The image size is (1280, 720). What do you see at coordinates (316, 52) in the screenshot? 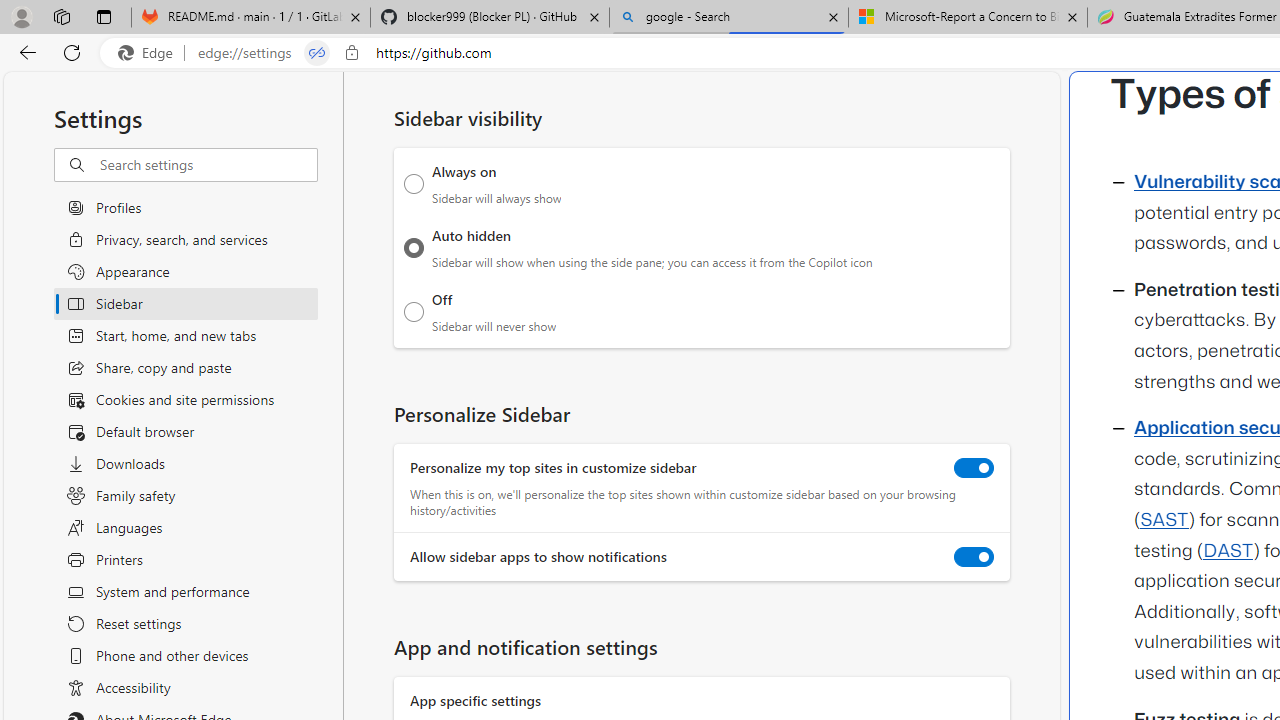
I see `'Tabs in split screen'` at bounding box center [316, 52].